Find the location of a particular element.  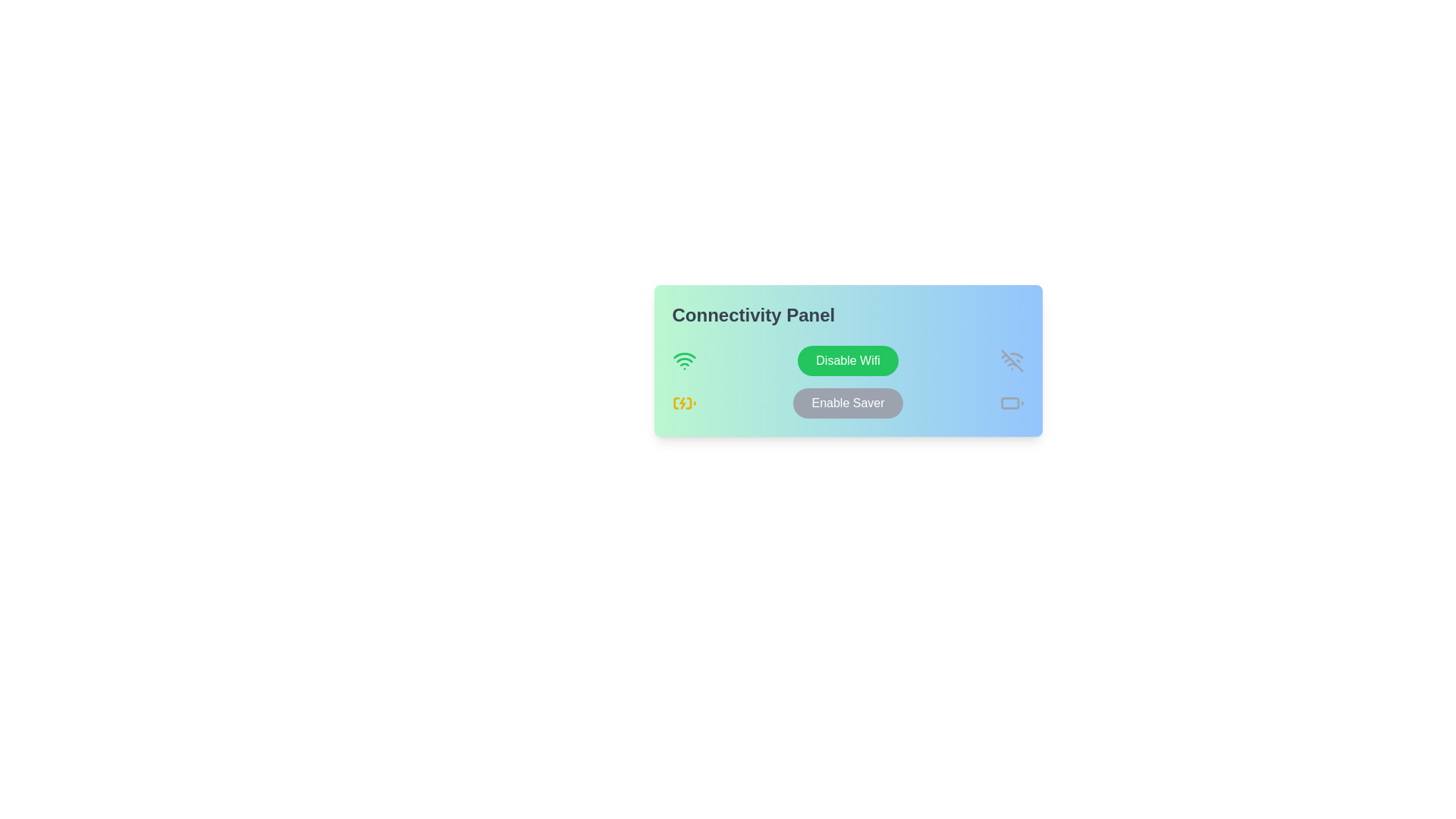

the third arc of the WiFi symbol in the icon located at the top left corner of the Connectivity Panel, under the text 'Connectivity Panel' is located at coordinates (683, 360).